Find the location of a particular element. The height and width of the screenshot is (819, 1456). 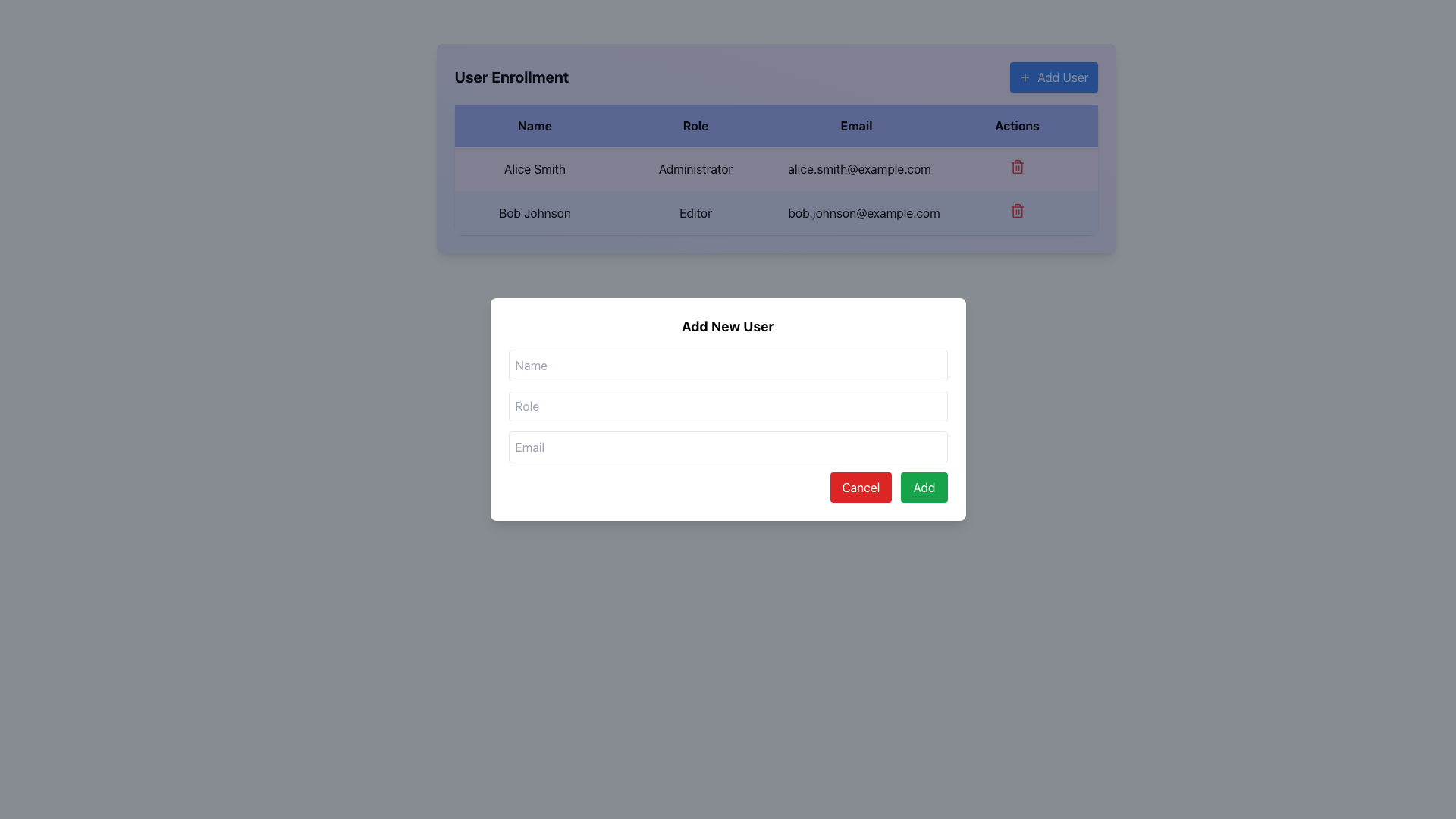

the text display element showing the name 'Alice Smith' in the table for interaction is located at coordinates (535, 169).